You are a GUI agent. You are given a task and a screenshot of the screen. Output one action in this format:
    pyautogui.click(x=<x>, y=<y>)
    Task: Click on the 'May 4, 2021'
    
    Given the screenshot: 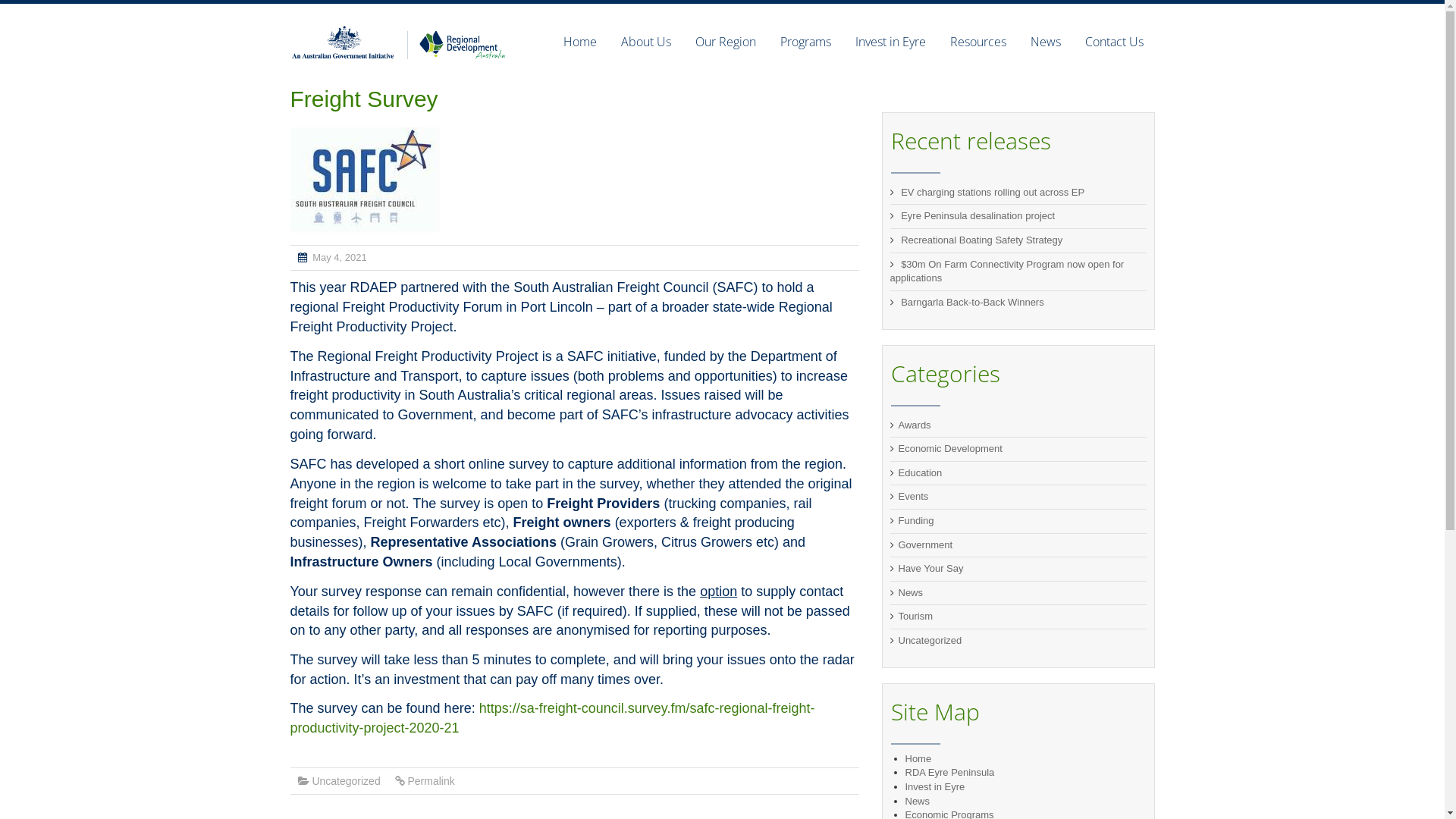 What is the action you would take?
    pyautogui.click(x=338, y=256)
    